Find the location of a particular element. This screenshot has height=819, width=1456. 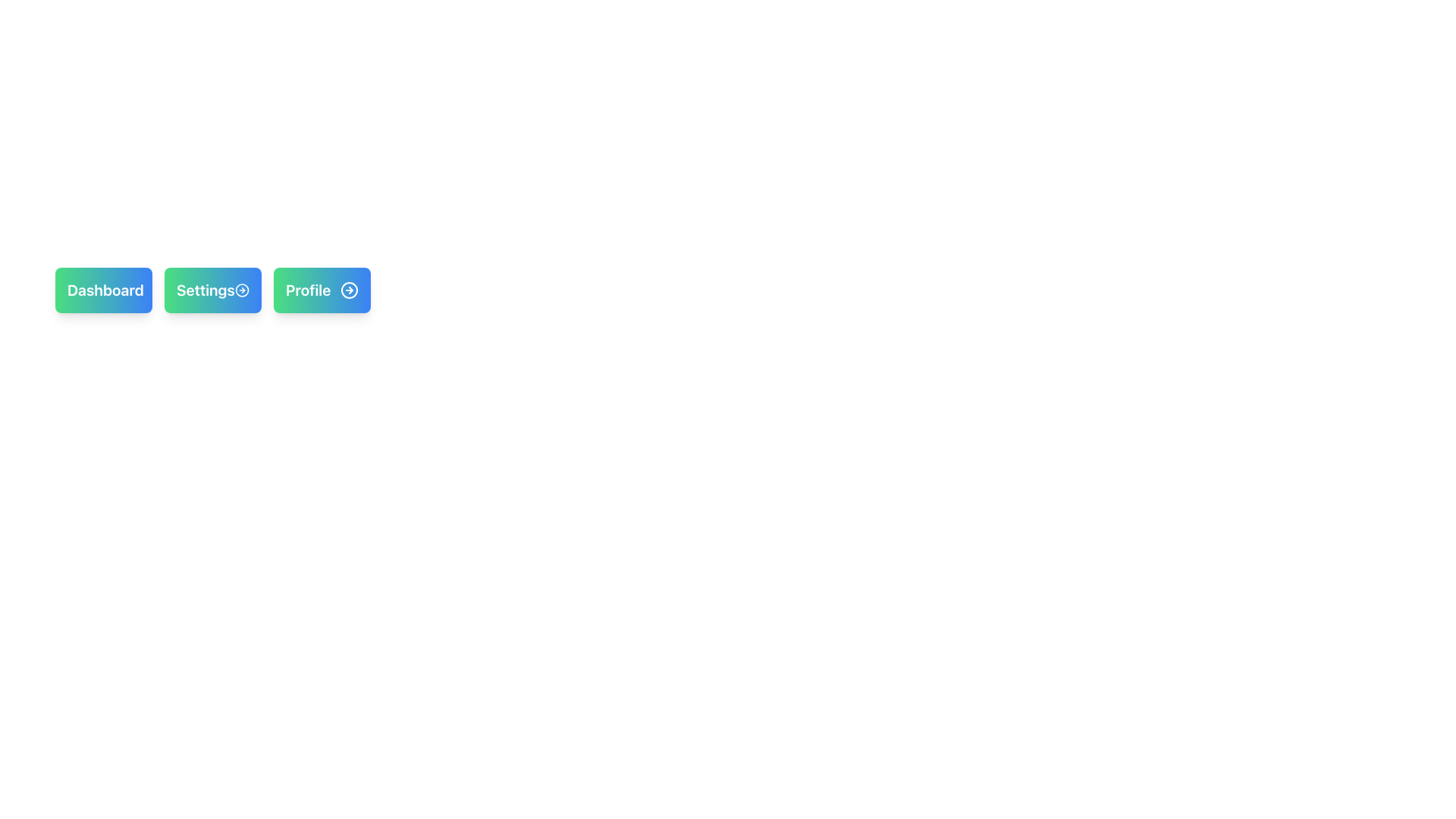

the 'Settings' text label, which is styled in bold white font and located at the center of a gradient button transitioning from green to blue is located at coordinates (205, 290).